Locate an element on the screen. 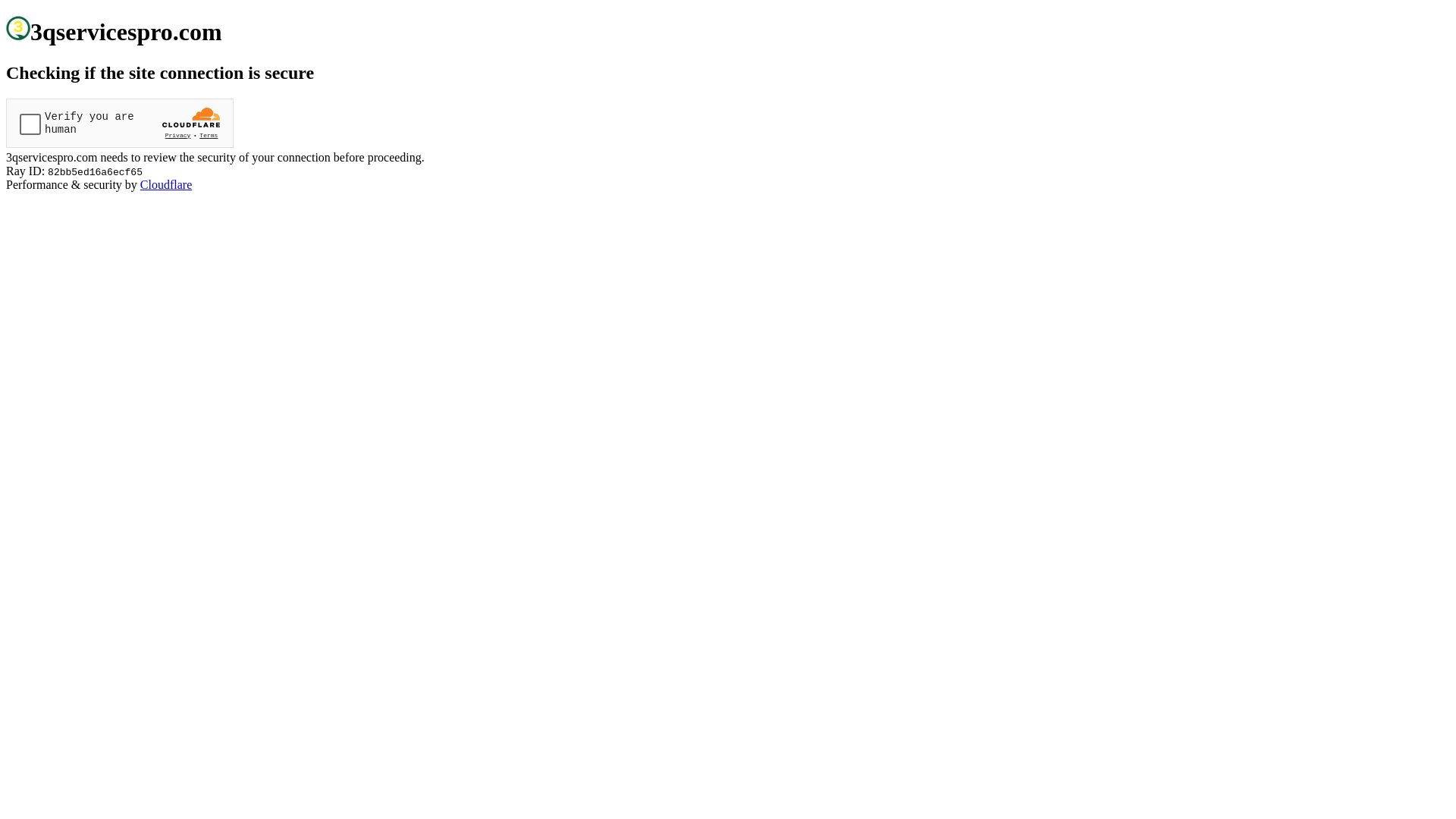  'Cloudflare' is located at coordinates (166, 184).